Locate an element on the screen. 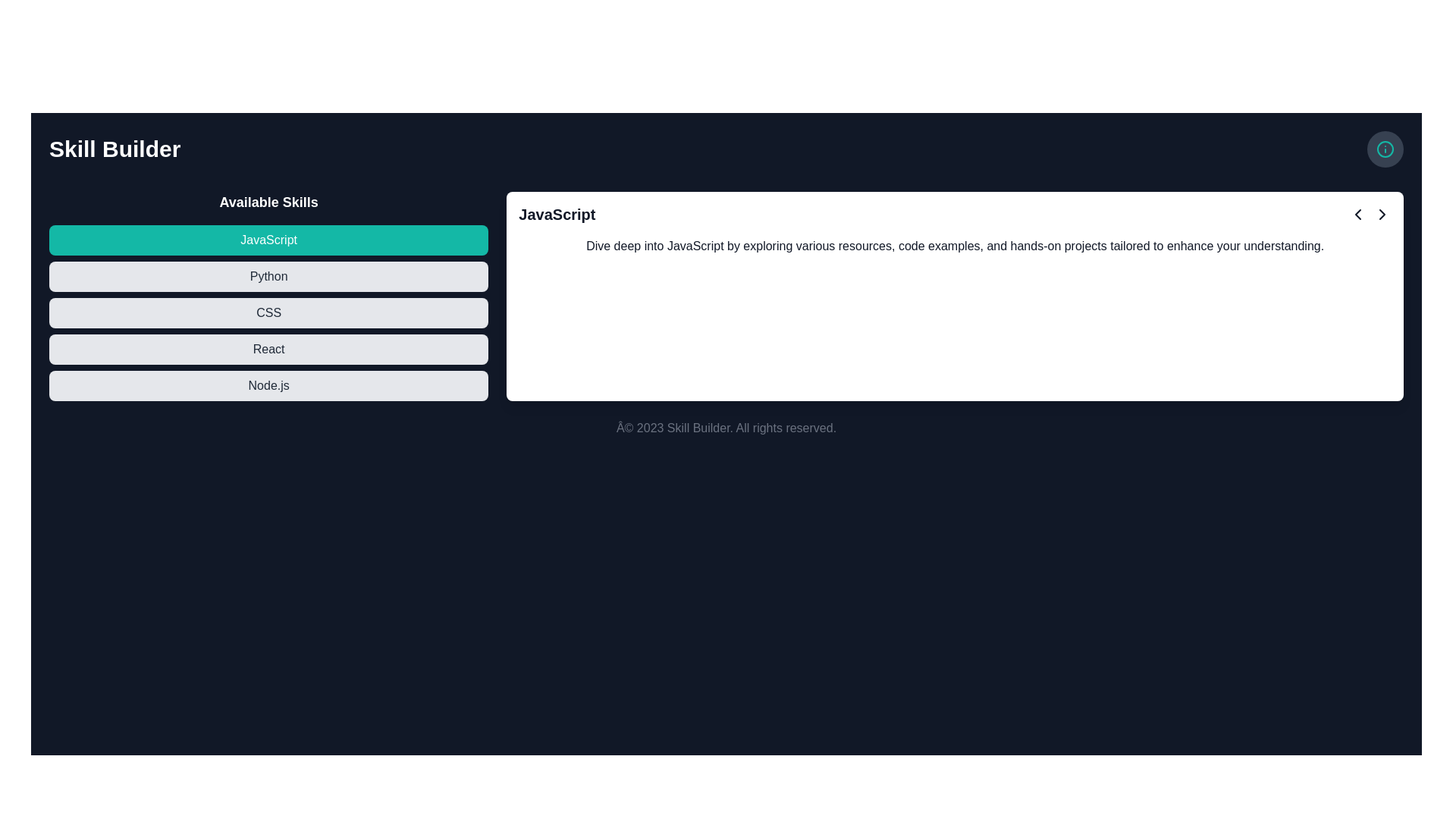 This screenshot has height=819, width=1456. the informational button featuring an icon located at the top-right corner of the interface, next to the title text 'Skill Builder' is located at coordinates (1385, 149).